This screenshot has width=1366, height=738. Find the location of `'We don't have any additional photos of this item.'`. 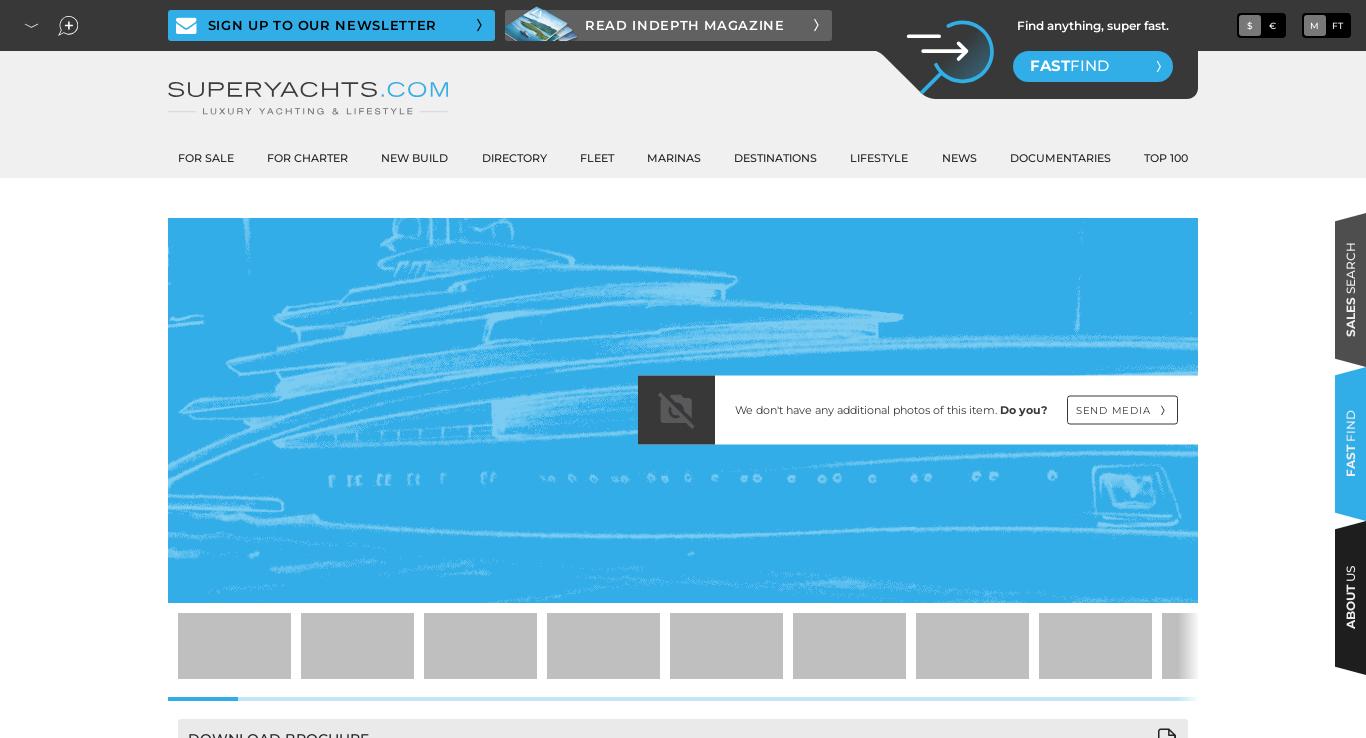

'We don't have any additional photos of this item.' is located at coordinates (865, 408).